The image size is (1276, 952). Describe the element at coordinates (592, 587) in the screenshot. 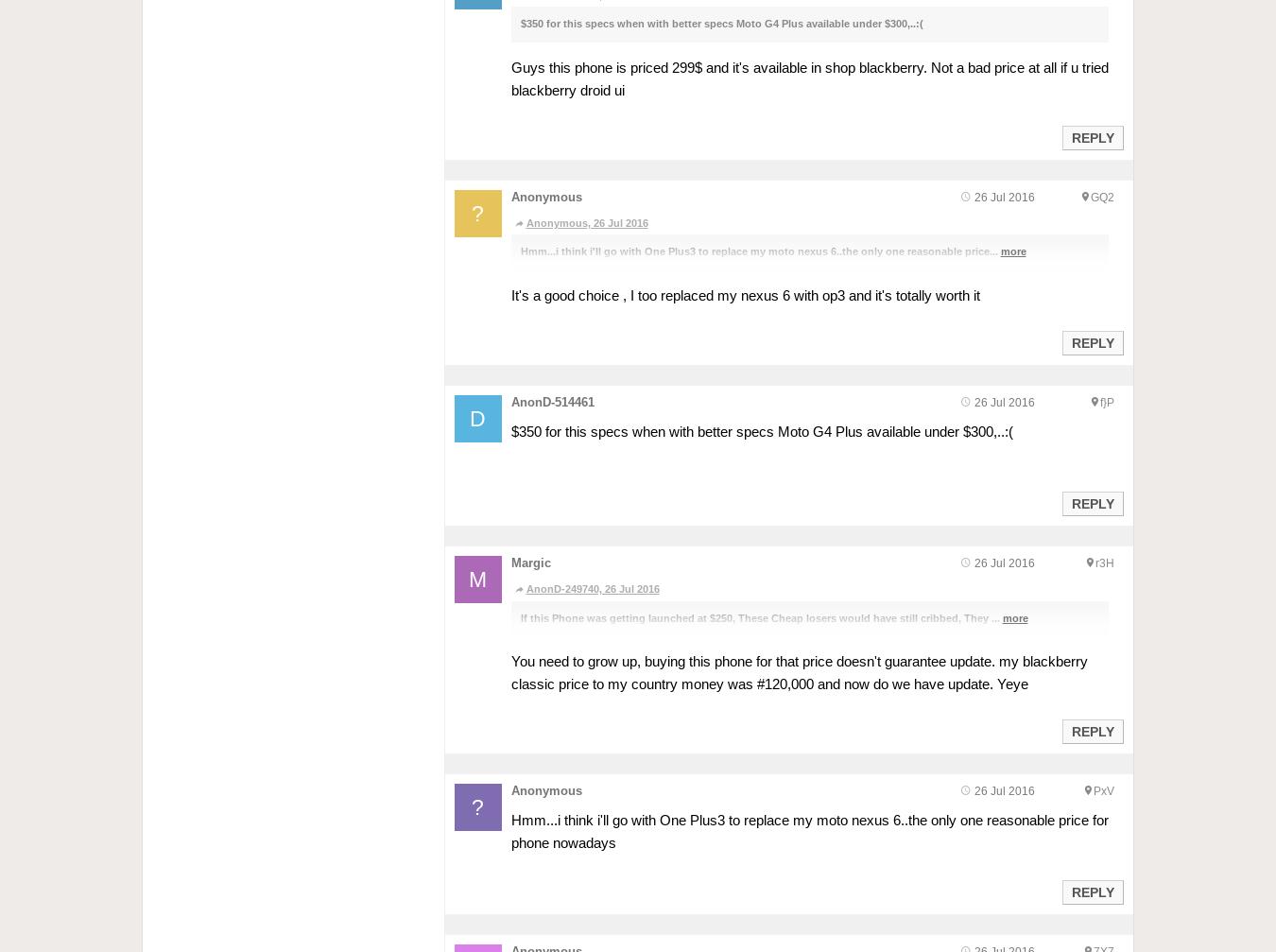

I see `'AnonD-249740, 26 Jul 2016'` at that location.